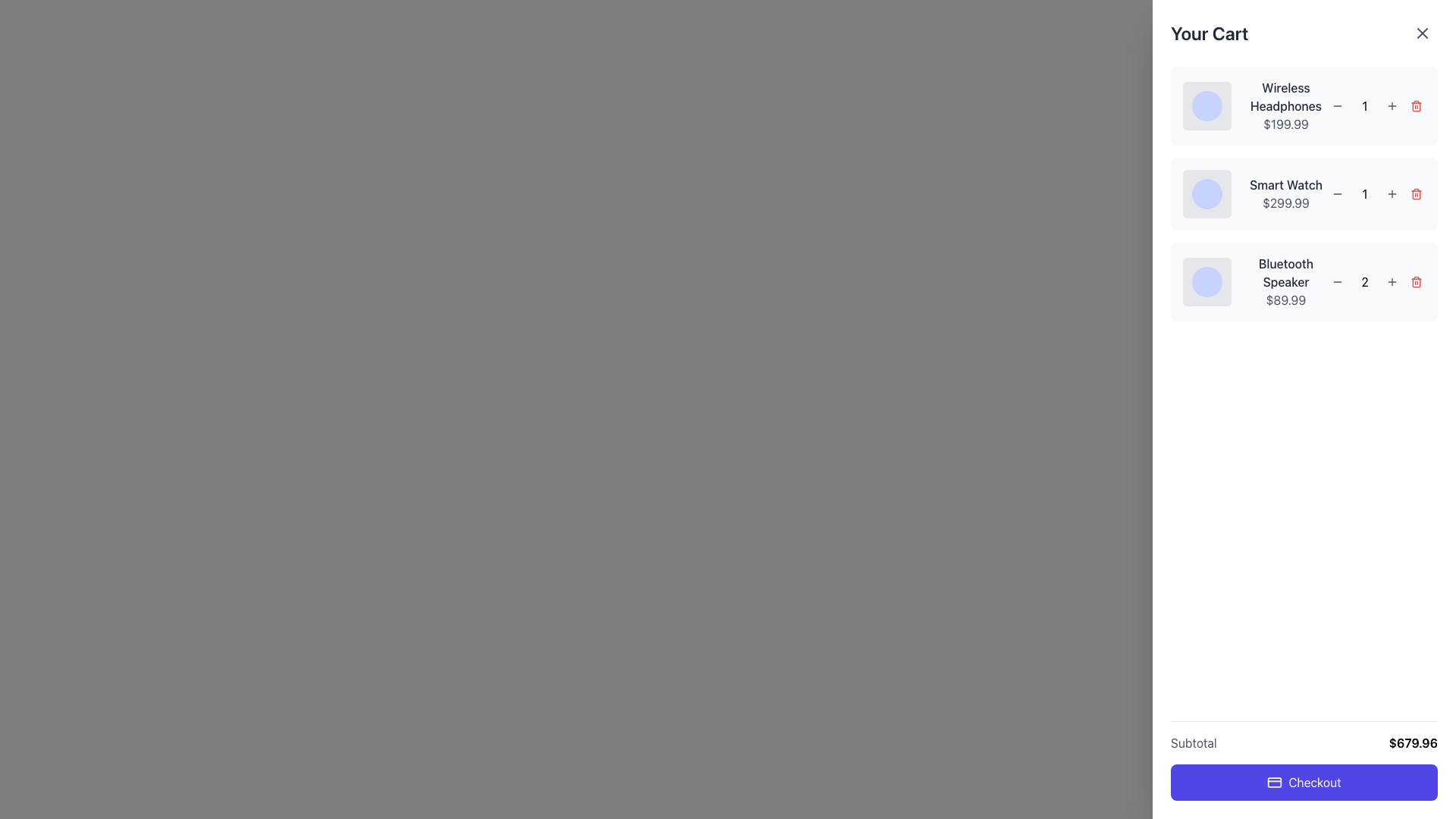 Image resolution: width=1456 pixels, height=819 pixels. I want to click on the Close button icon located in the upper-right corner of the cart panel, so click(1422, 33).